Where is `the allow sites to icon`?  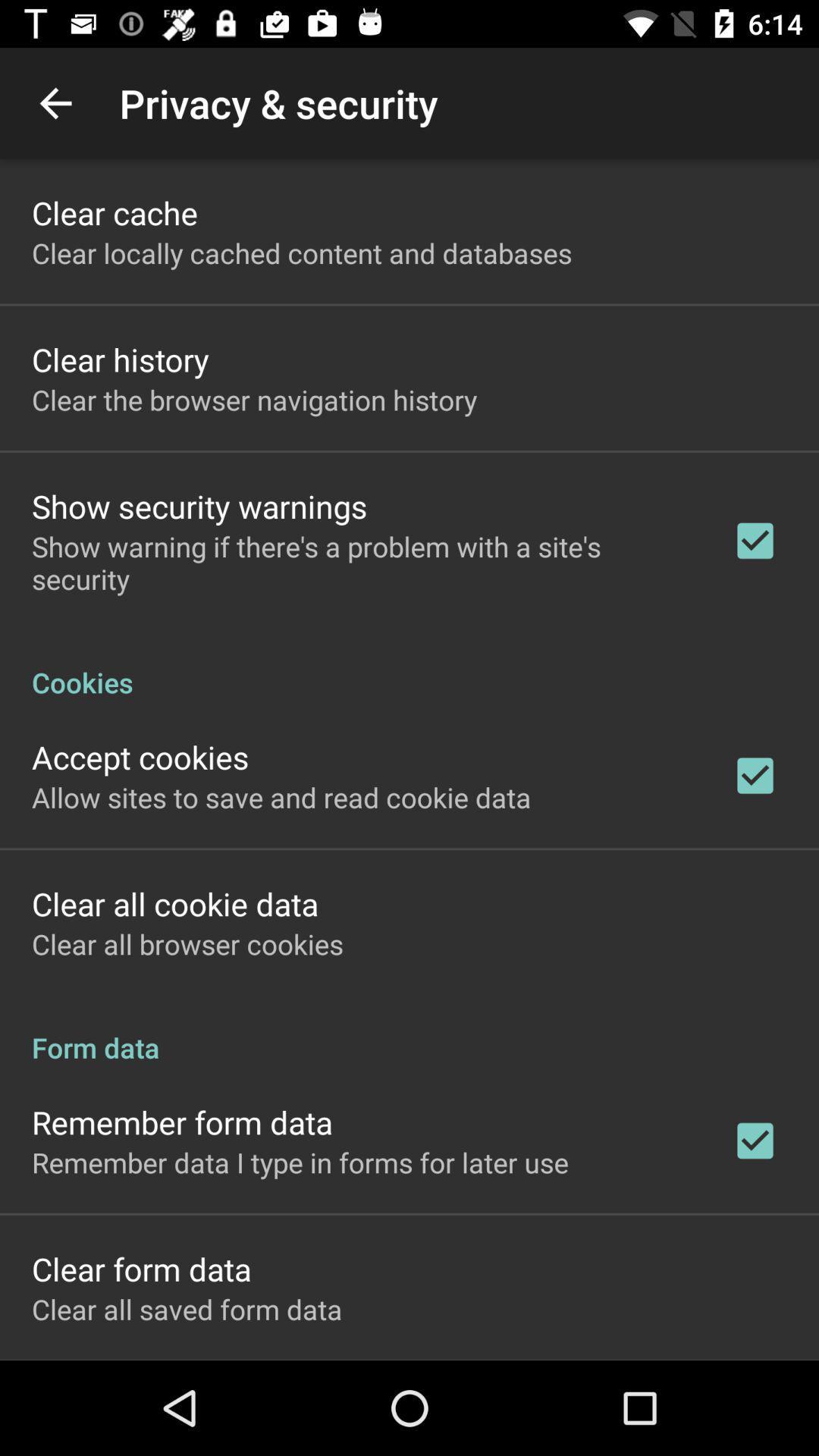
the allow sites to icon is located at coordinates (281, 796).